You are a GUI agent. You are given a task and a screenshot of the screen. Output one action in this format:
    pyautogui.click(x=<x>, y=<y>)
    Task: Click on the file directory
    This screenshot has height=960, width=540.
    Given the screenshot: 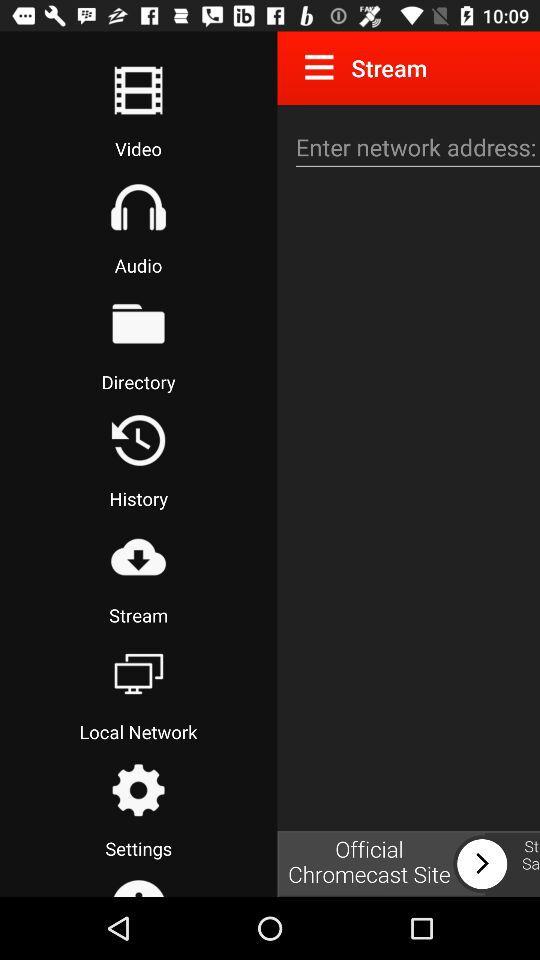 What is the action you would take?
    pyautogui.click(x=137, y=323)
    